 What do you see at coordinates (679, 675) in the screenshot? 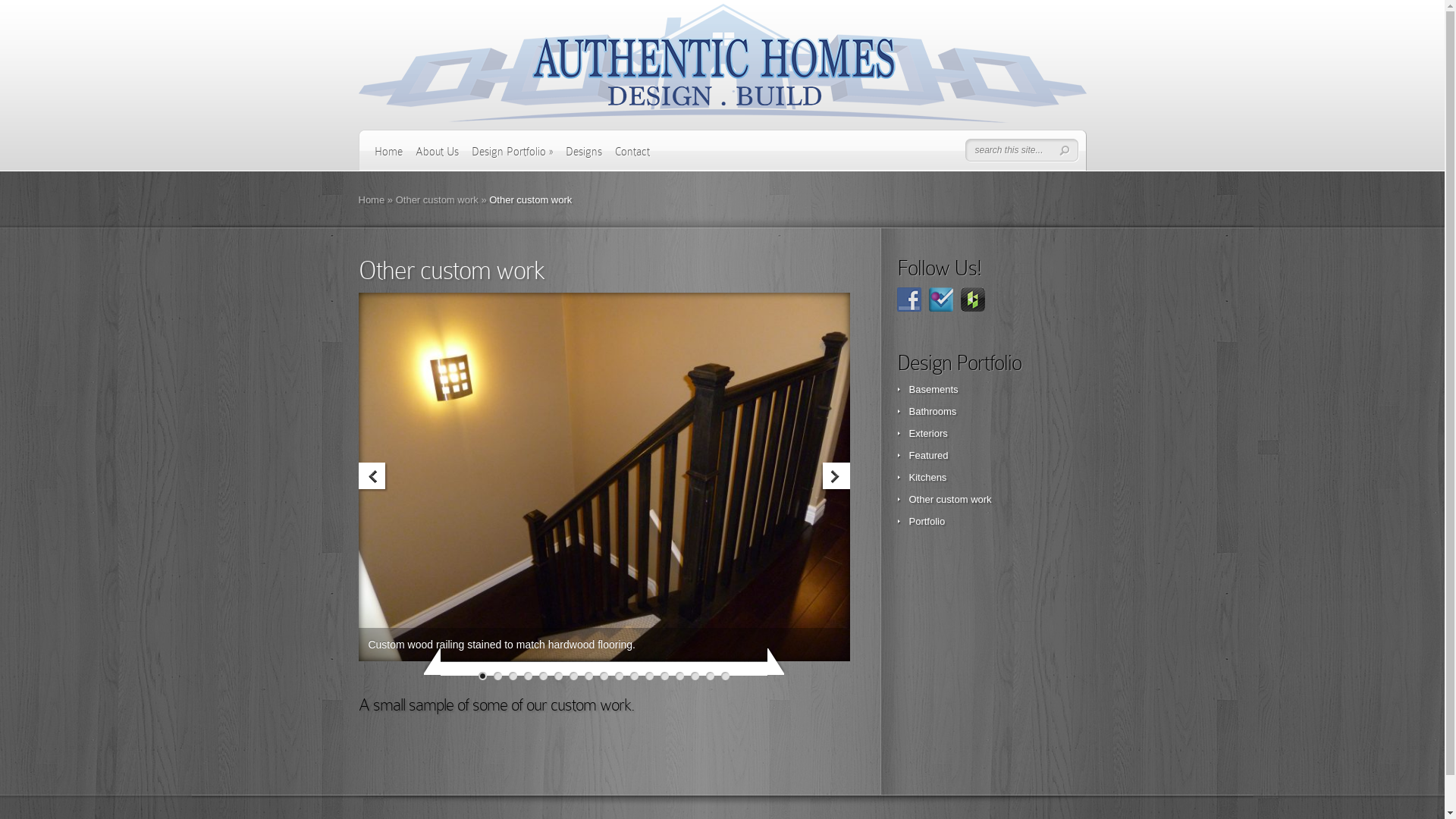
I see `'14'` at bounding box center [679, 675].